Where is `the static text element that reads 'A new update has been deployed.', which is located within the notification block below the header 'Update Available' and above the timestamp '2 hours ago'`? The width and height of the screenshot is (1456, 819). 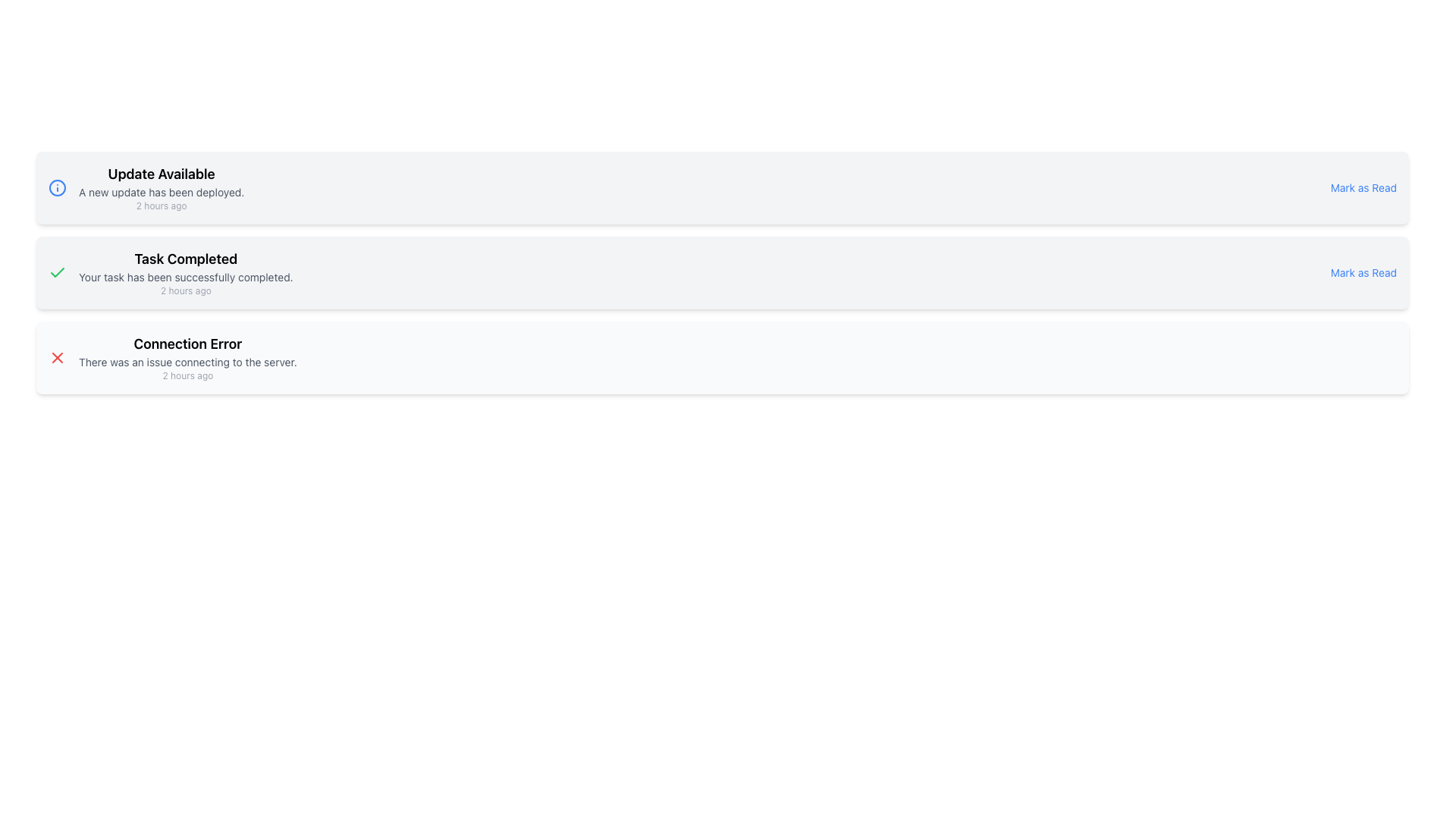
the static text element that reads 'A new update has been deployed.', which is located within the notification block below the header 'Update Available' and above the timestamp '2 hours ago' is located at coordinates (162, 192).